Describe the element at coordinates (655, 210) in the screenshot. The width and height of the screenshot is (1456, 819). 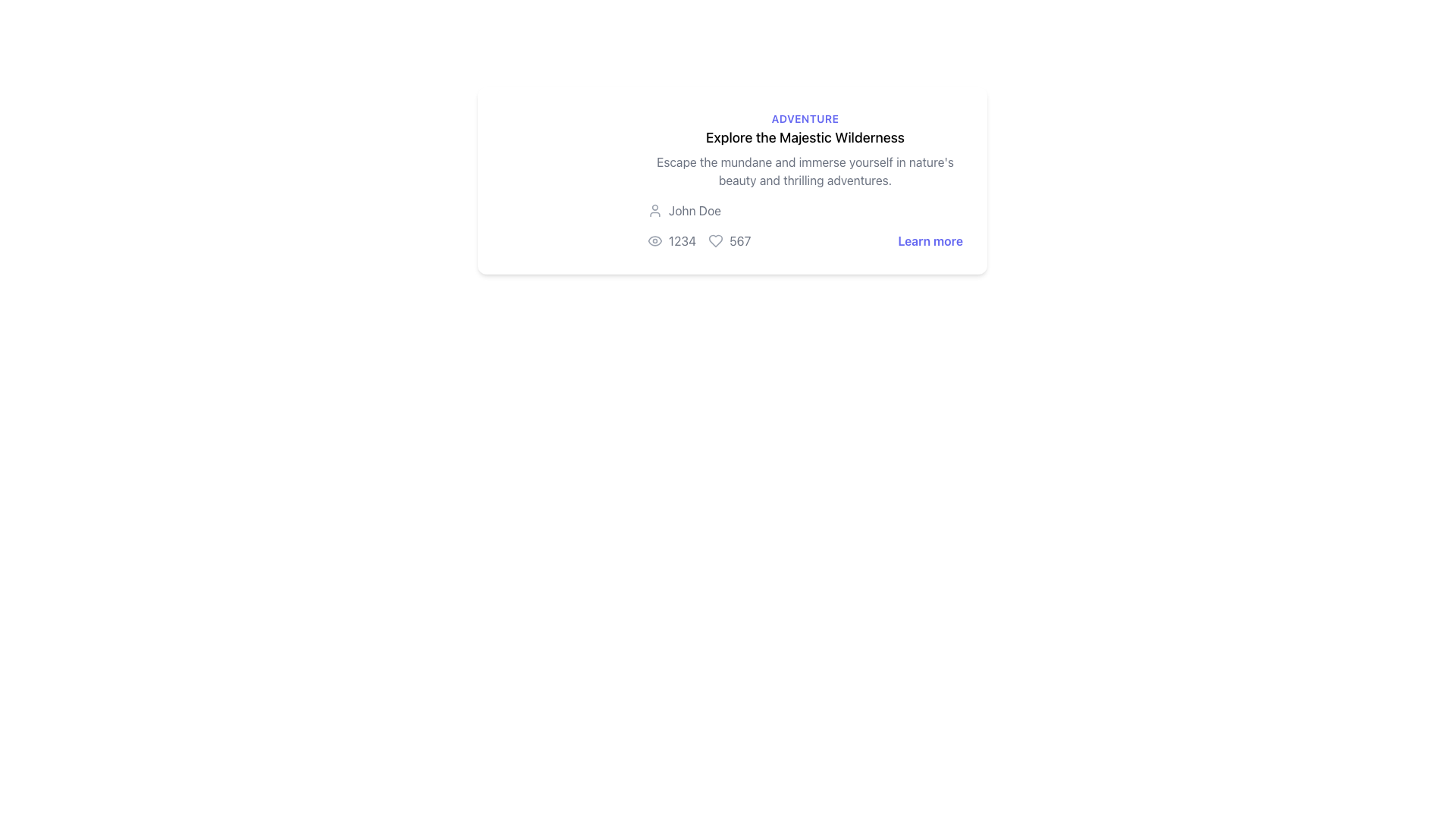
I see `the user profile icon located to the left of the username 'John Doe' in the metadata section` at that location.